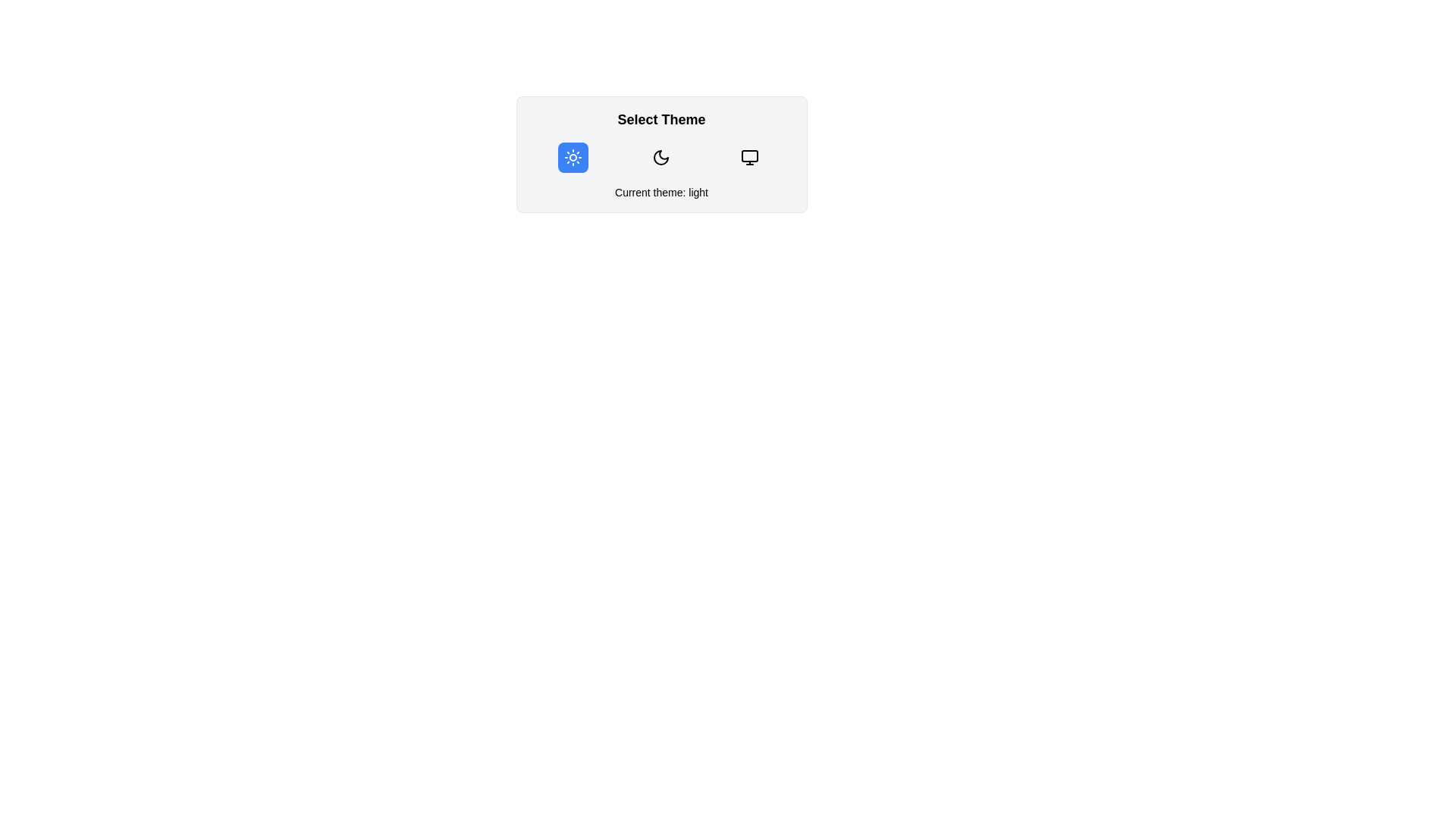 Image resolution: width=1456 pixels, height=819 pixels. I want to click on the crescent moon icon within the 'Select Theme' modal to potentially display a tooltip, so click(661, 158).